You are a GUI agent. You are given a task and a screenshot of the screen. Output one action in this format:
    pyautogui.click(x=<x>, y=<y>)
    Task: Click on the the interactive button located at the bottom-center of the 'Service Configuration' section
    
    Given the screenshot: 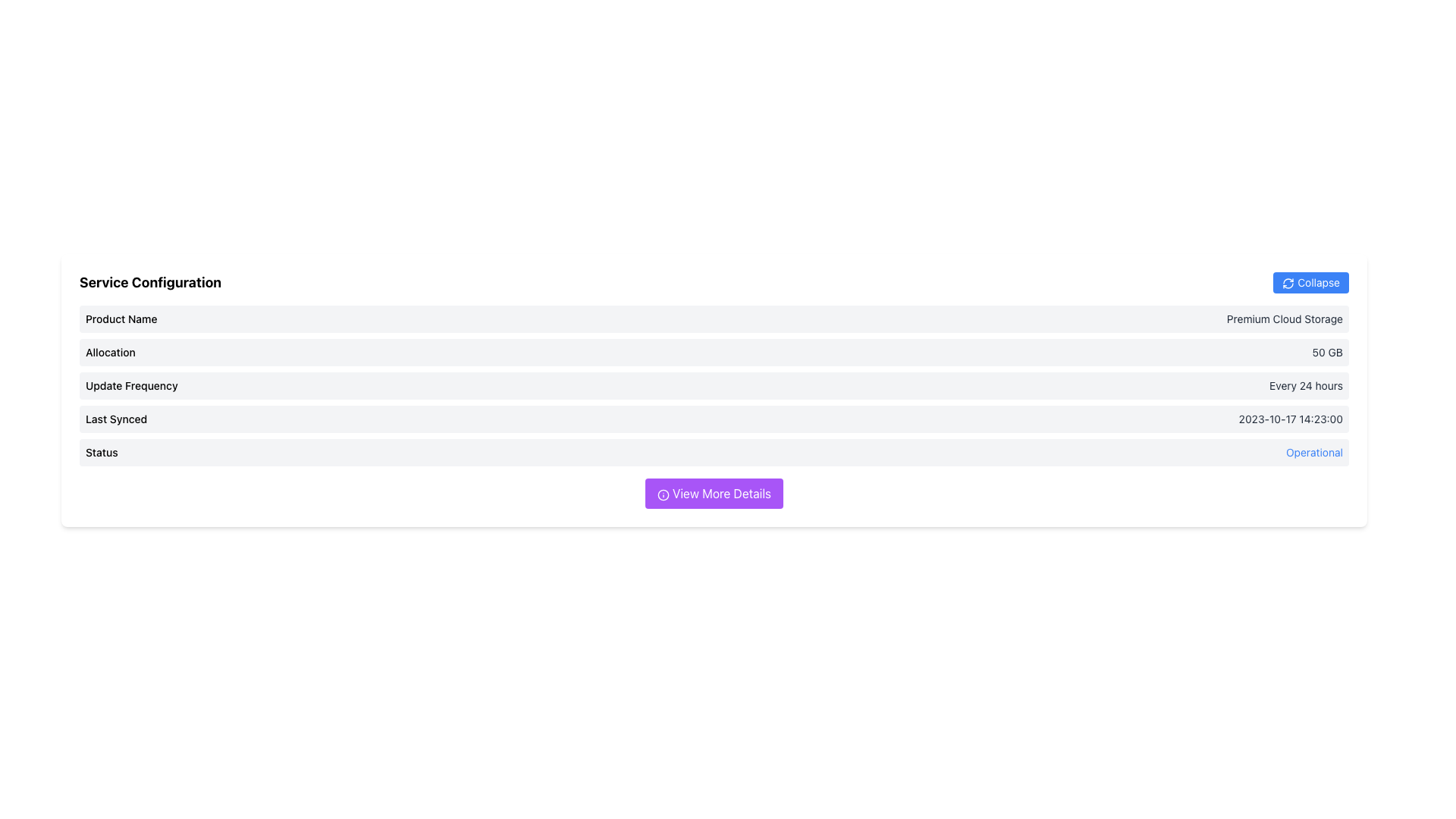 What is the action you would take?
    pyautogui.click(x=713, y=494)
    